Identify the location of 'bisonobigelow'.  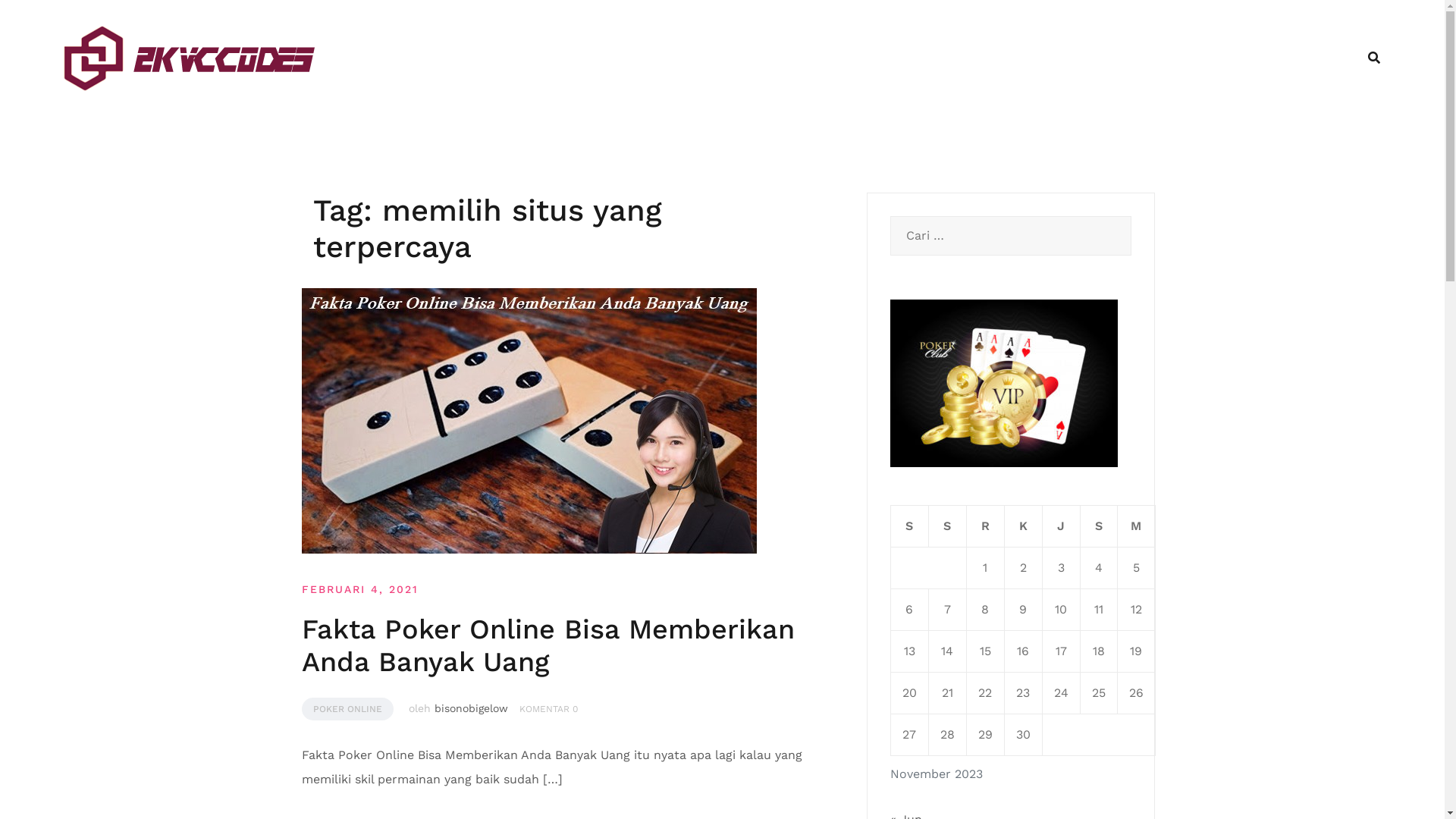
(469, 708).